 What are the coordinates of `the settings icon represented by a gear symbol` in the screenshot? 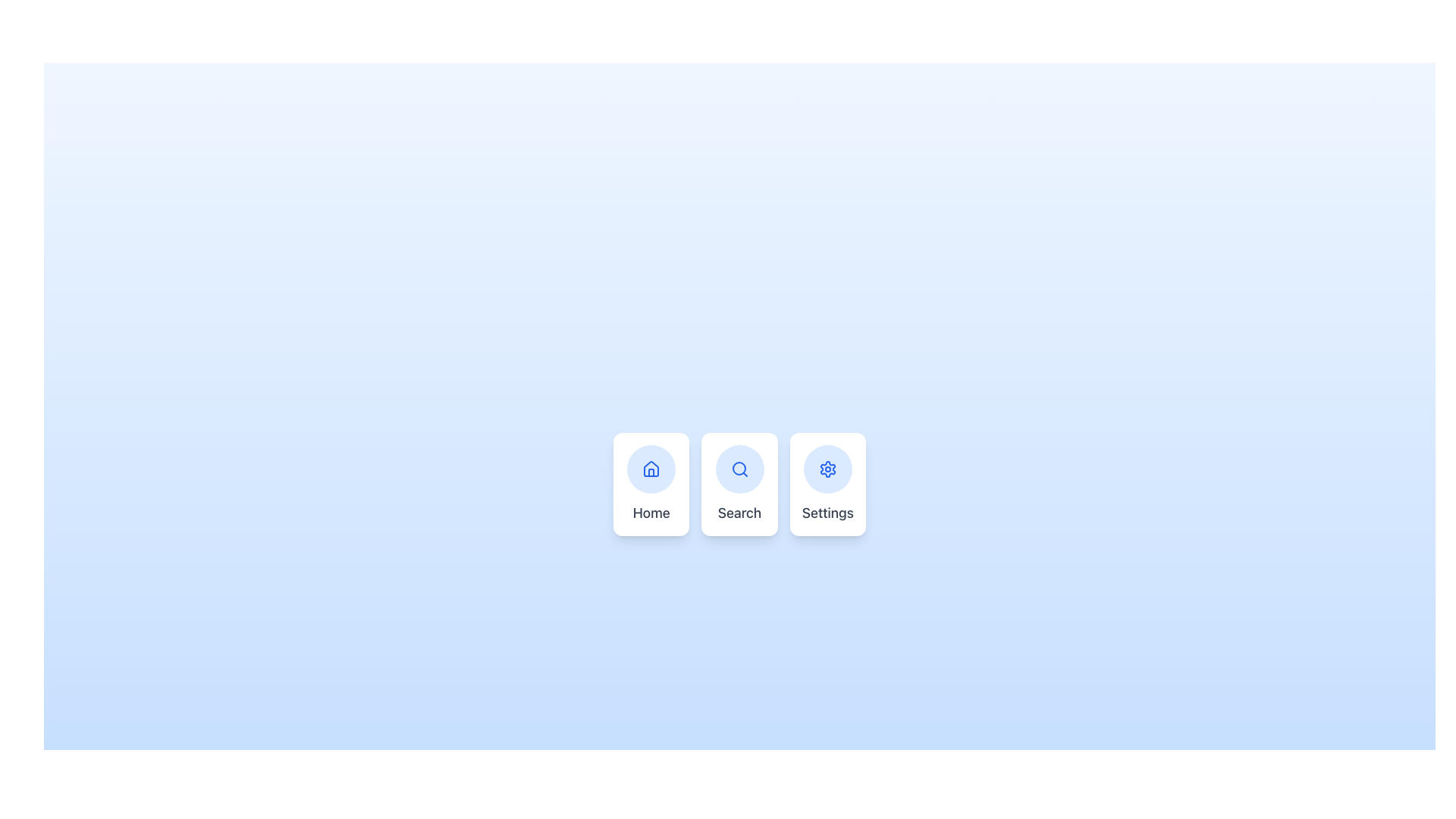 It's located at (827, 468).